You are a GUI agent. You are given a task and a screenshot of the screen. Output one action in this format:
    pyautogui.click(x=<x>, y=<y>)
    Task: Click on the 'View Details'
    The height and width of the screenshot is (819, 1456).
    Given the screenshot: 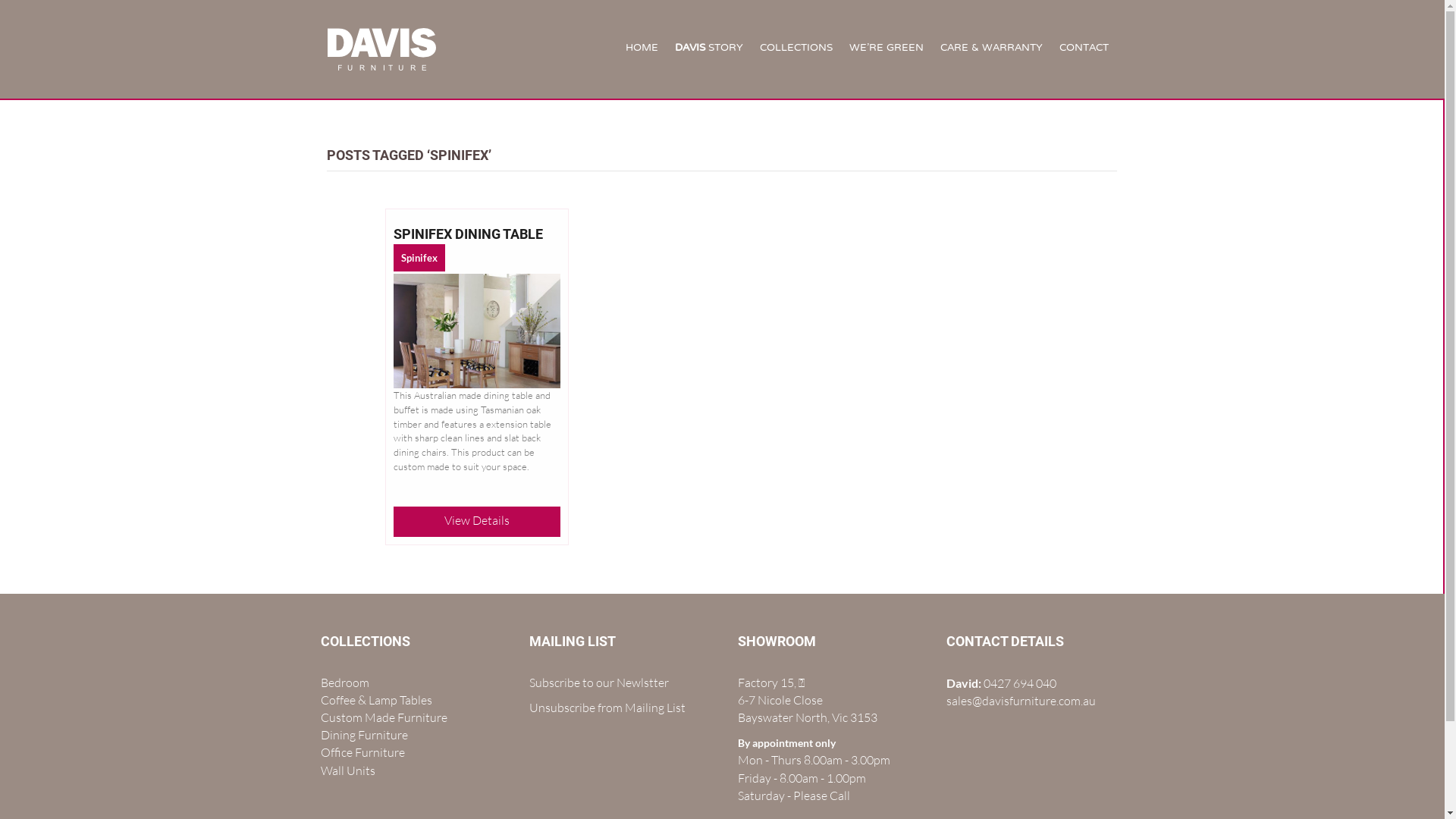 What is the action you would take?
    pyautogui.click(x=475, y=519)
    